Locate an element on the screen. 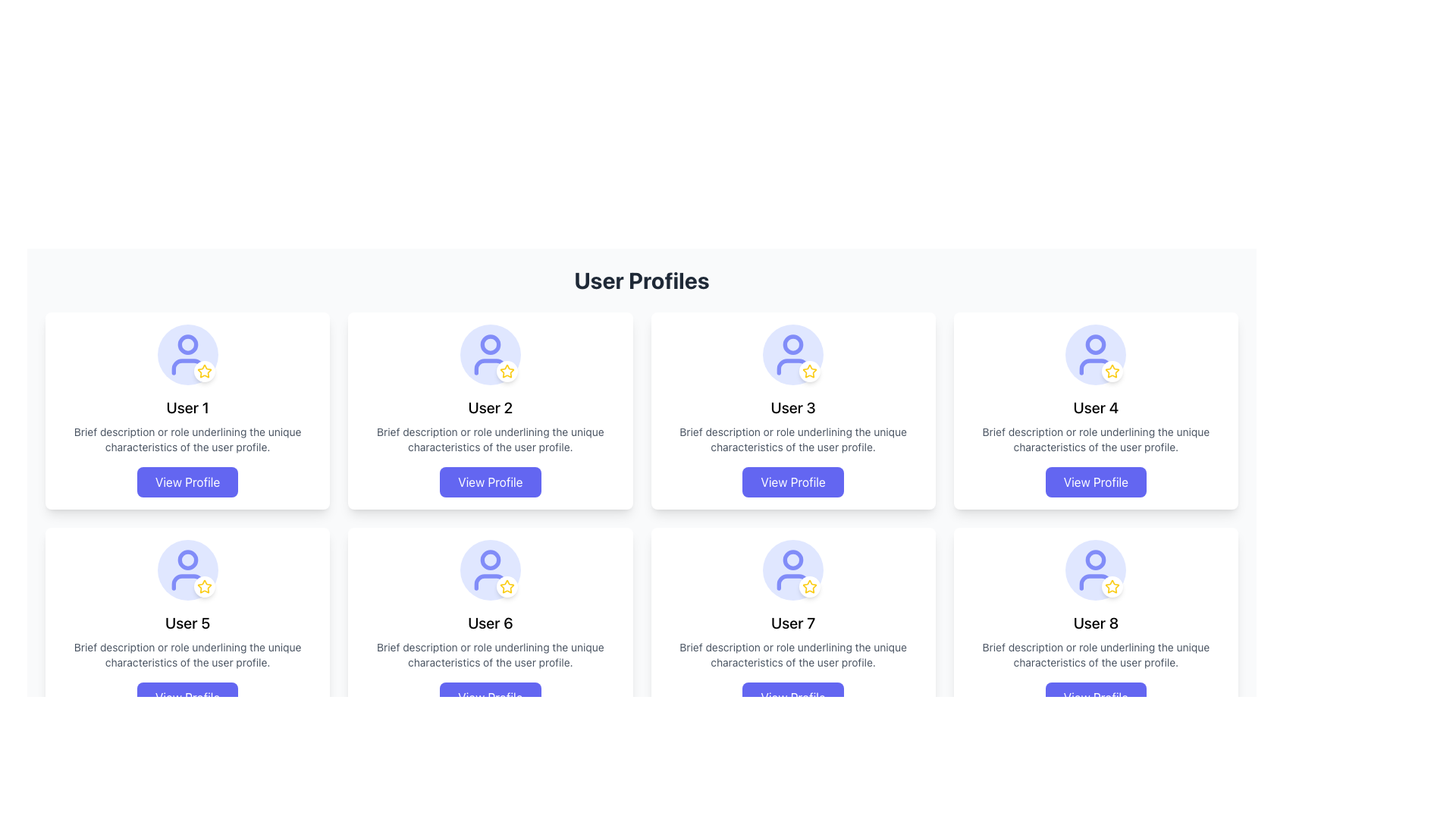  the Text Label that provides a summary for the user profile located below the title 'User 5' and above the 'View Profile' button is located at coordinates (187, 654).